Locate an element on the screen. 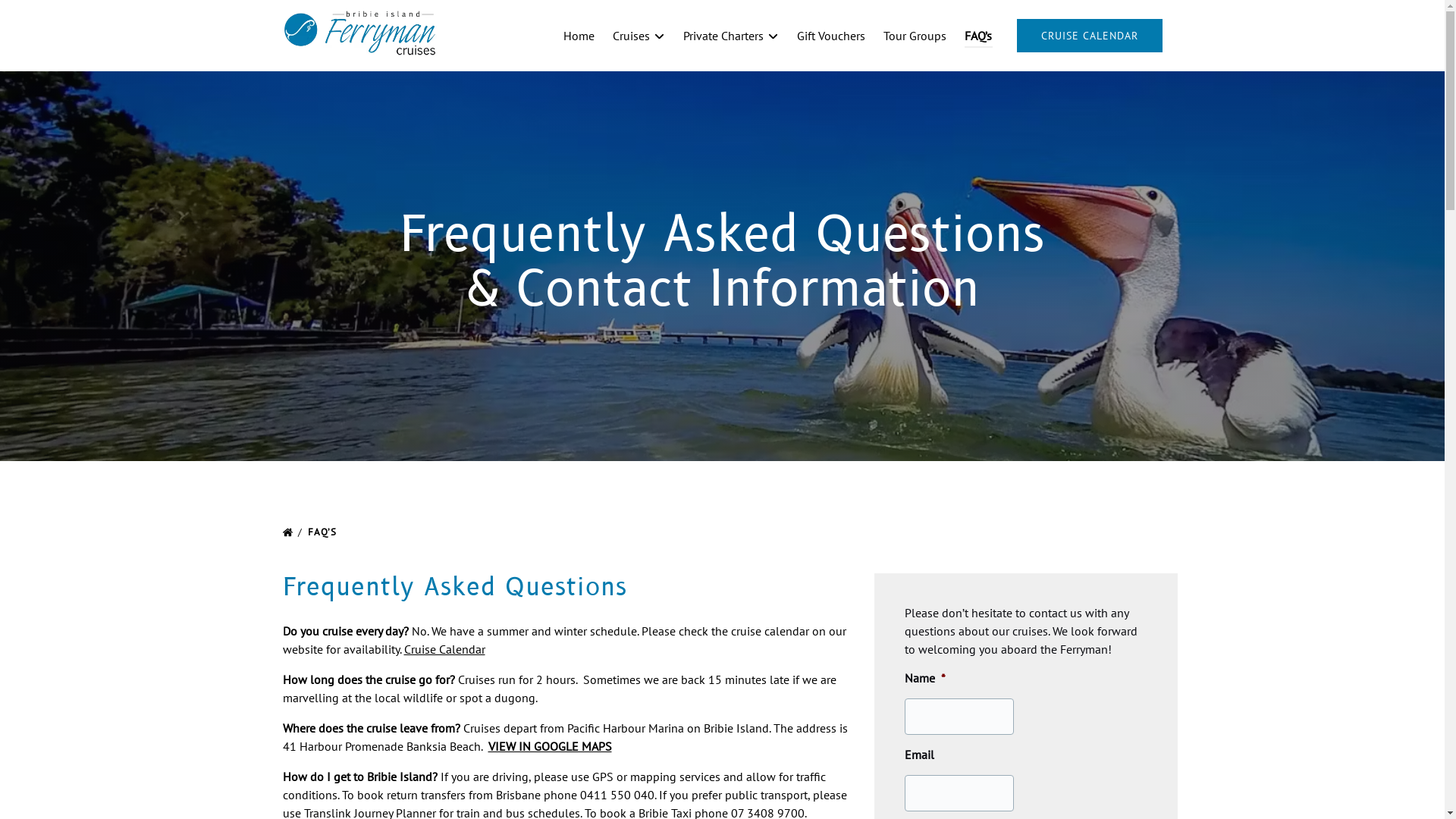 The height and width of the screenshot is (819, 1456). 'Skip to primary navigation' is located at coordinates (74, 17).